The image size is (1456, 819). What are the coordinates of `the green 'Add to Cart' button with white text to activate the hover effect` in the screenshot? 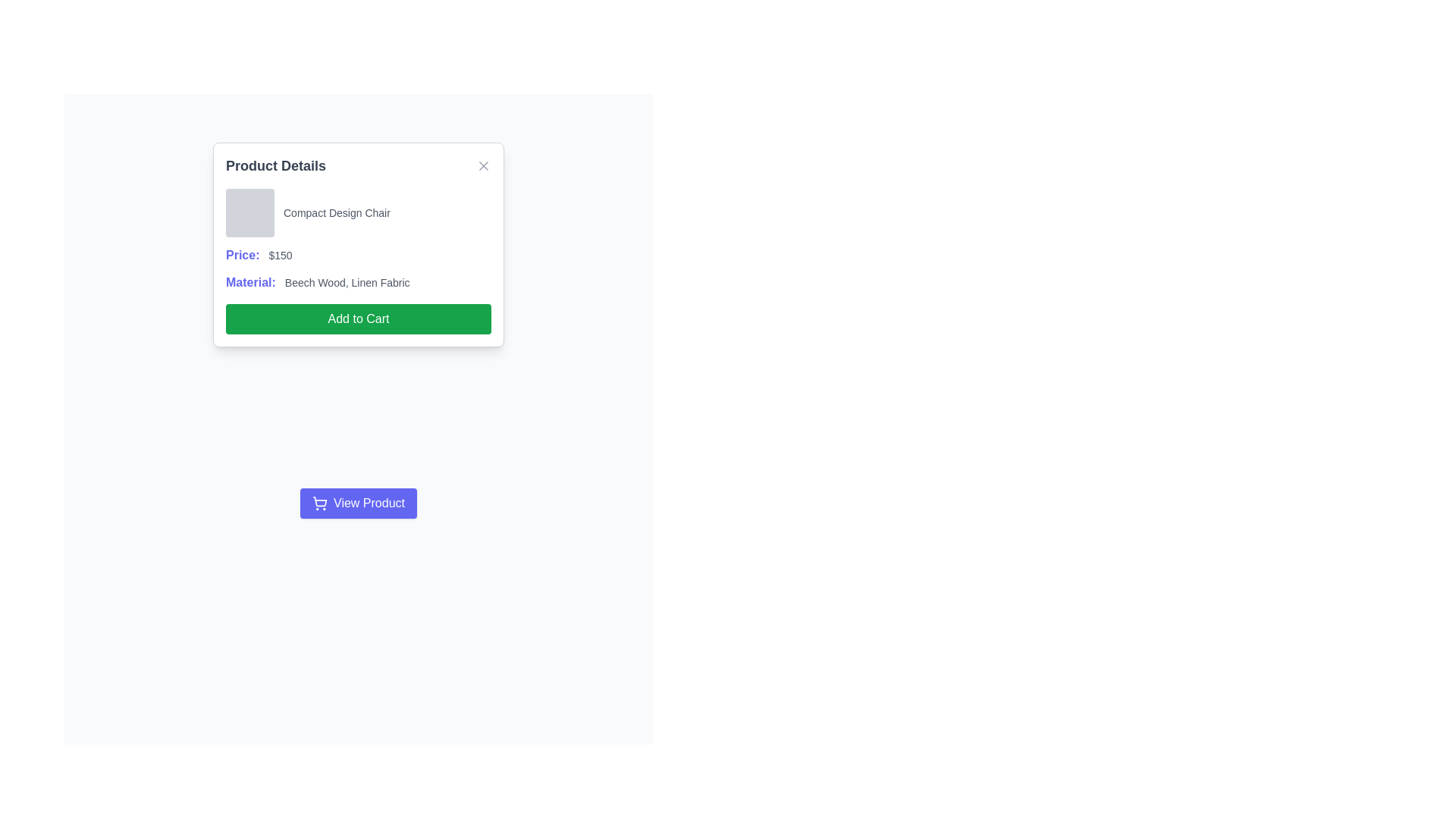 It's located at (358, 318).